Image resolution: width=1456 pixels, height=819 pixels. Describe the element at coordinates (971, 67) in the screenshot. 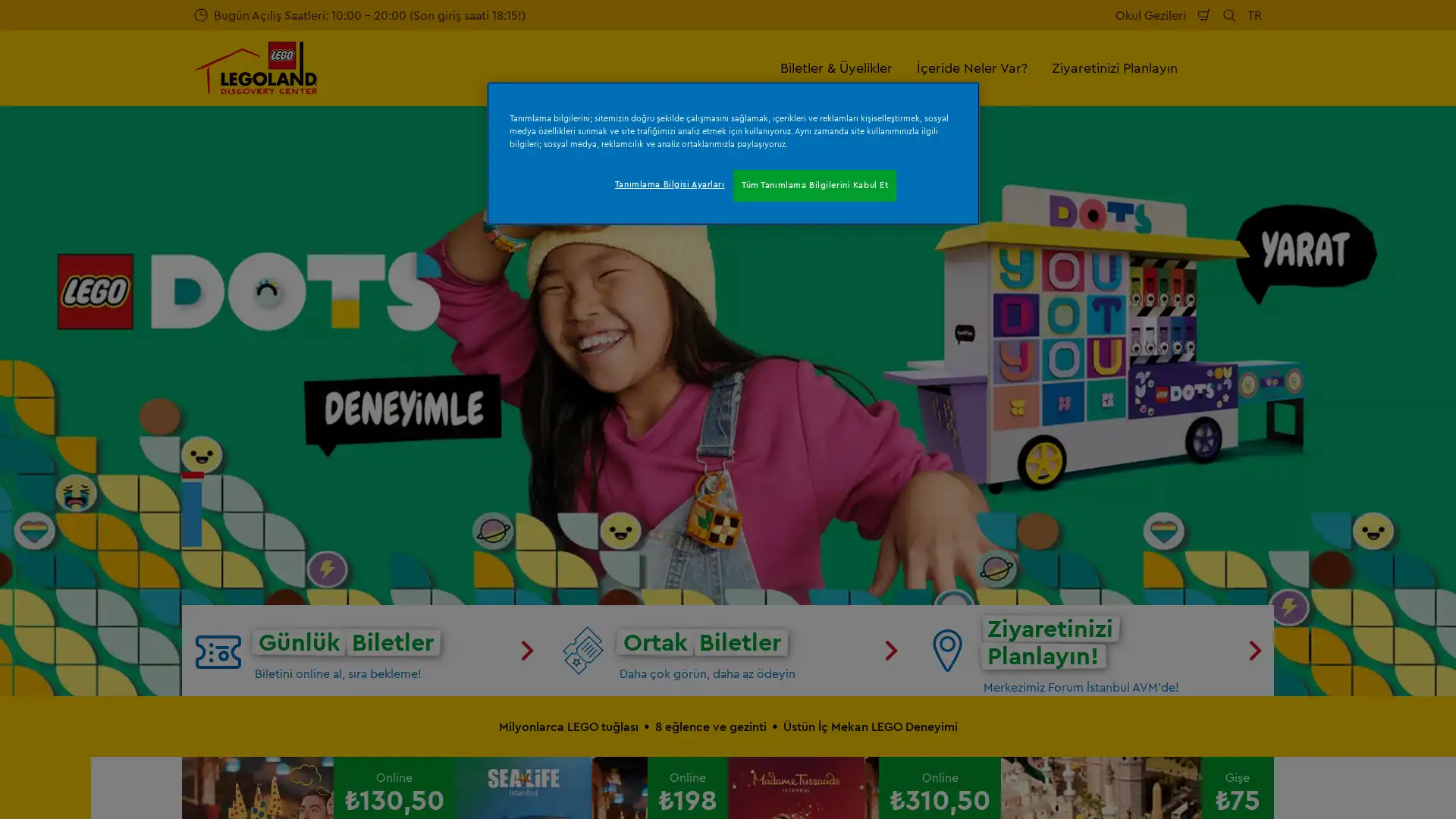

I see `Iceride Neler Var?` at that location.